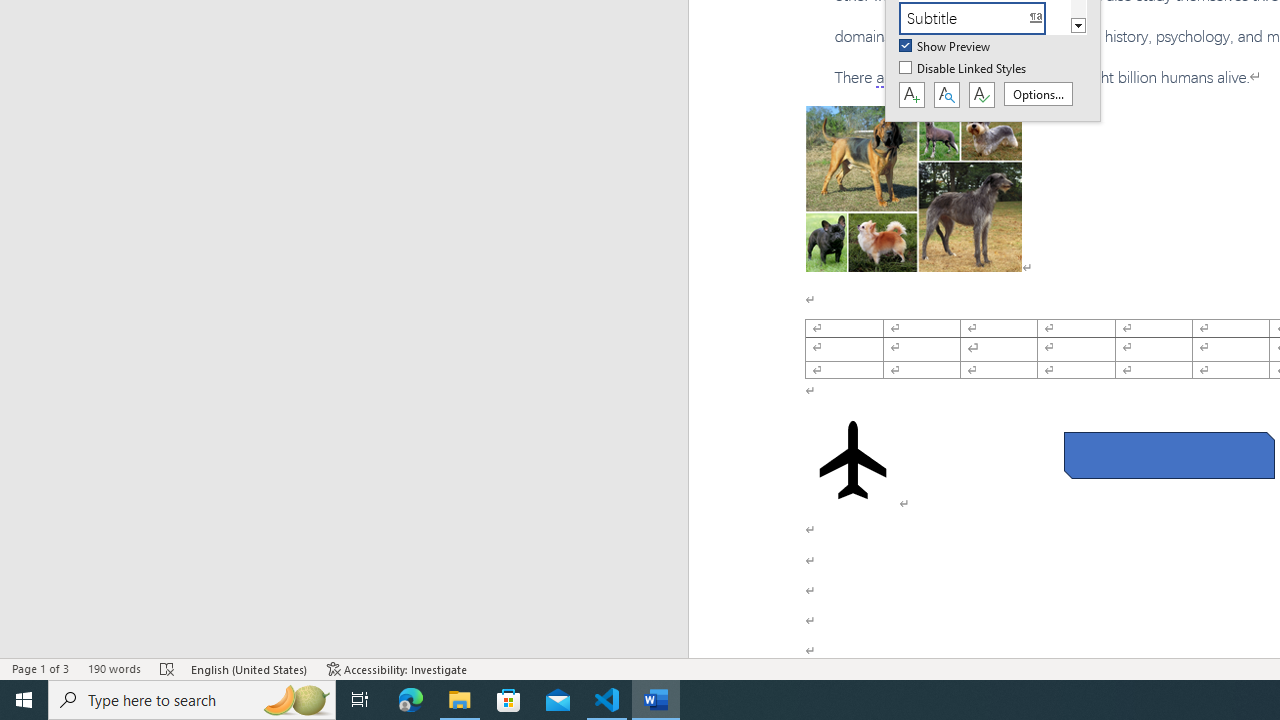 The image size is (1280, 720). I want to click on 'Disable Linked Styles', so click(964, 68).